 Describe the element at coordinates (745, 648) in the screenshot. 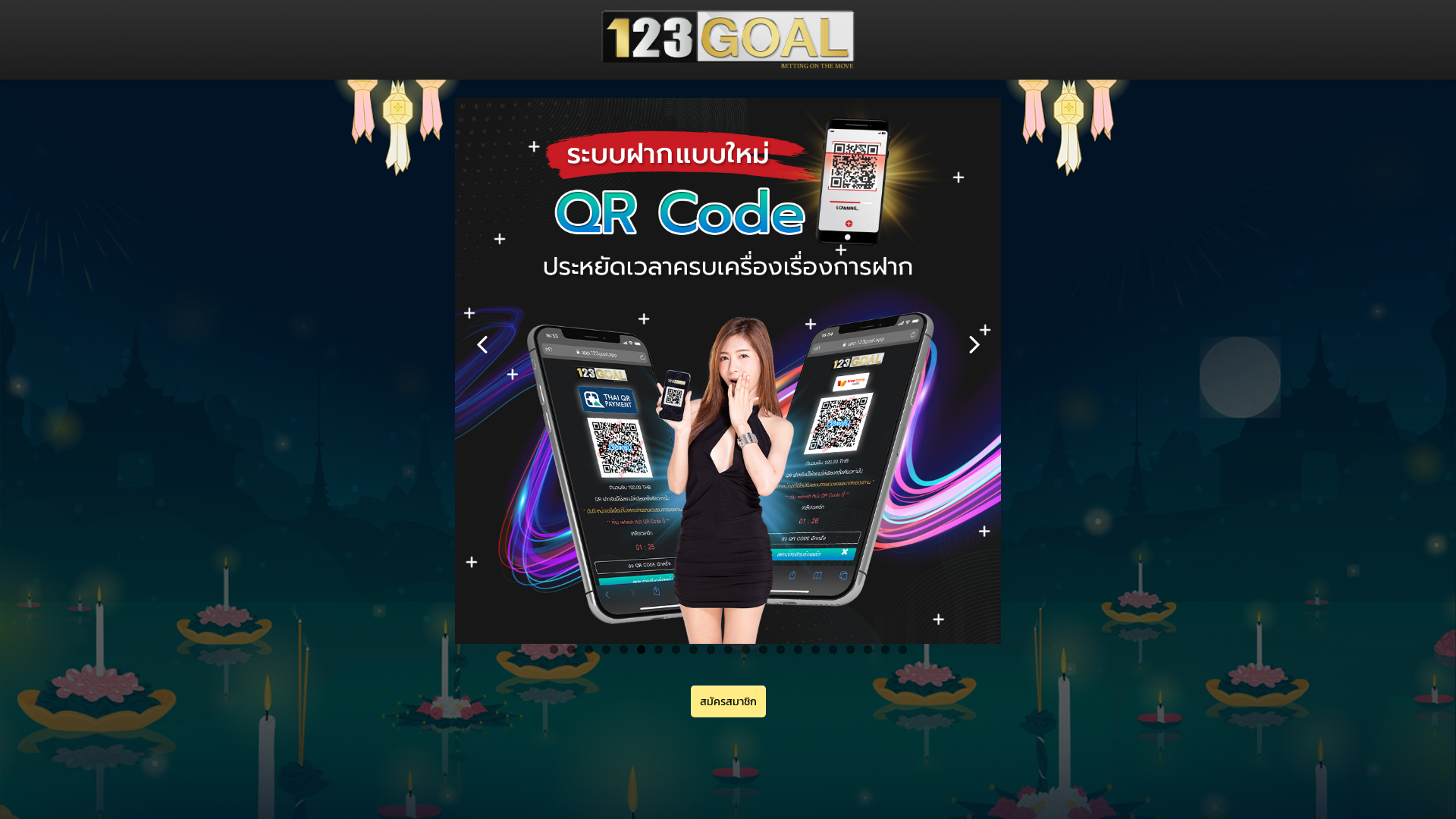

I see `'12'` at that location.